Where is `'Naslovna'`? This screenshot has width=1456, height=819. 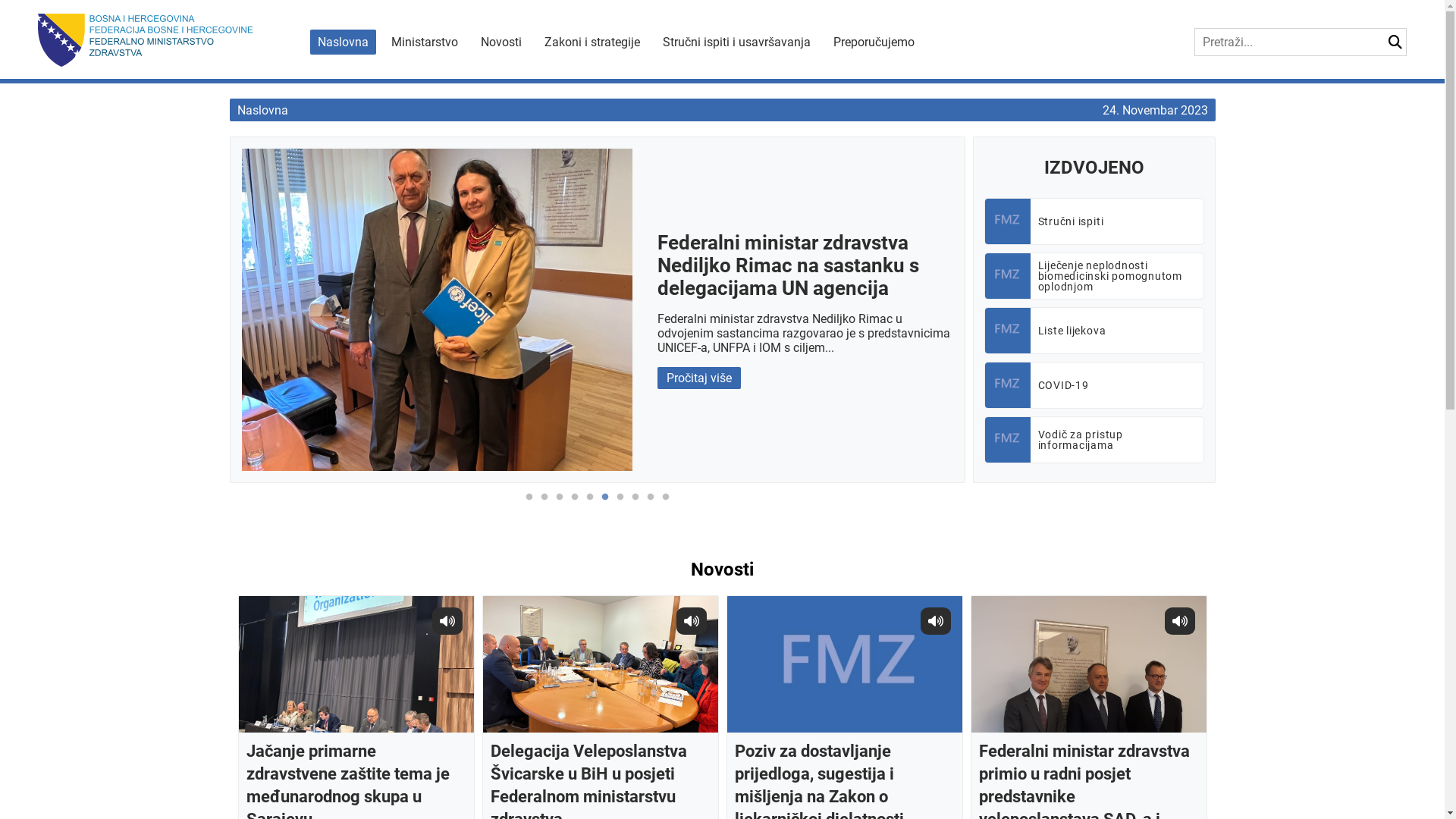
'Naslovna' is located at coordinates (262, 109).